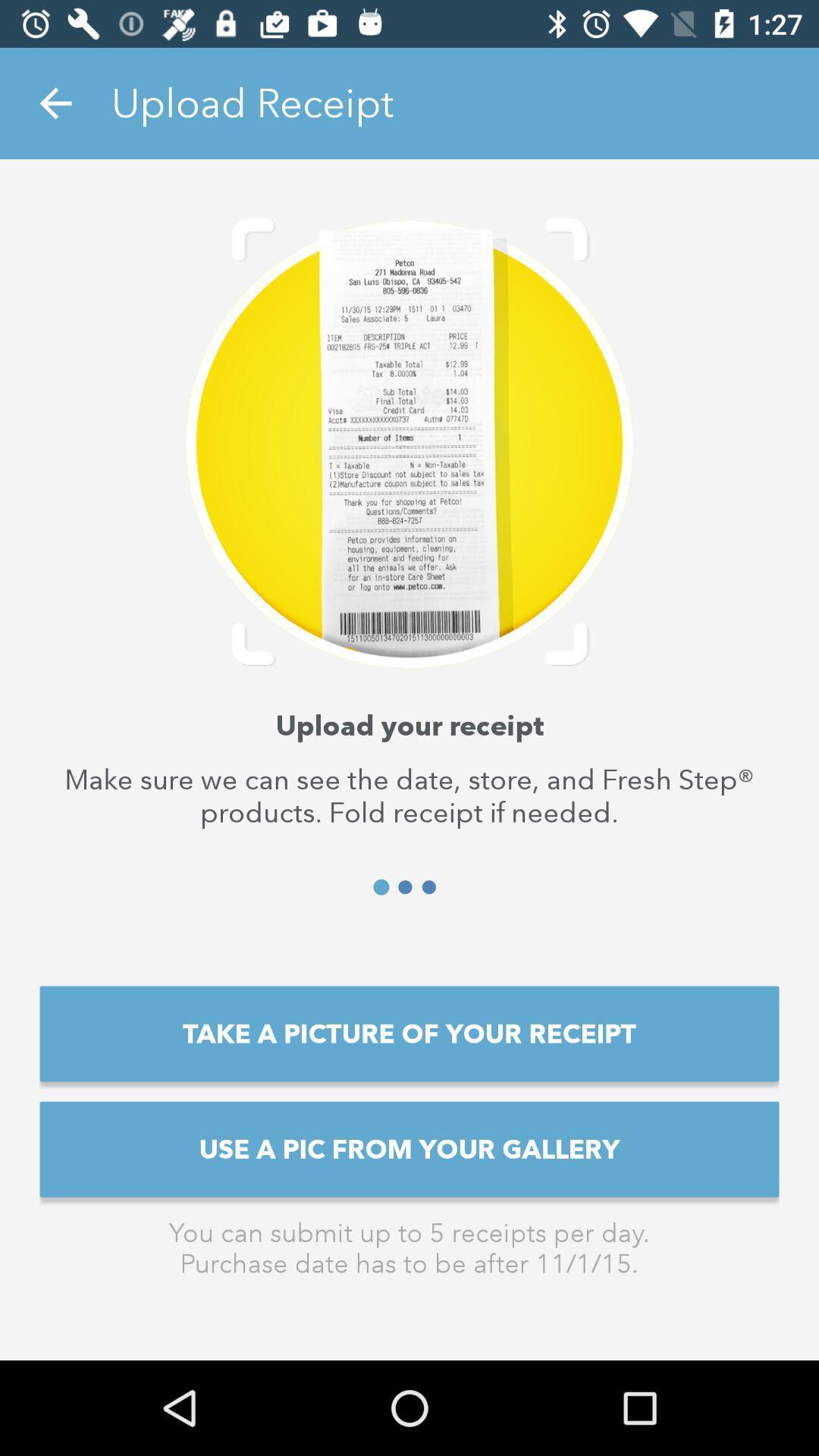  I want to click on the icon above the use a pic icon, so click(409, 1033).